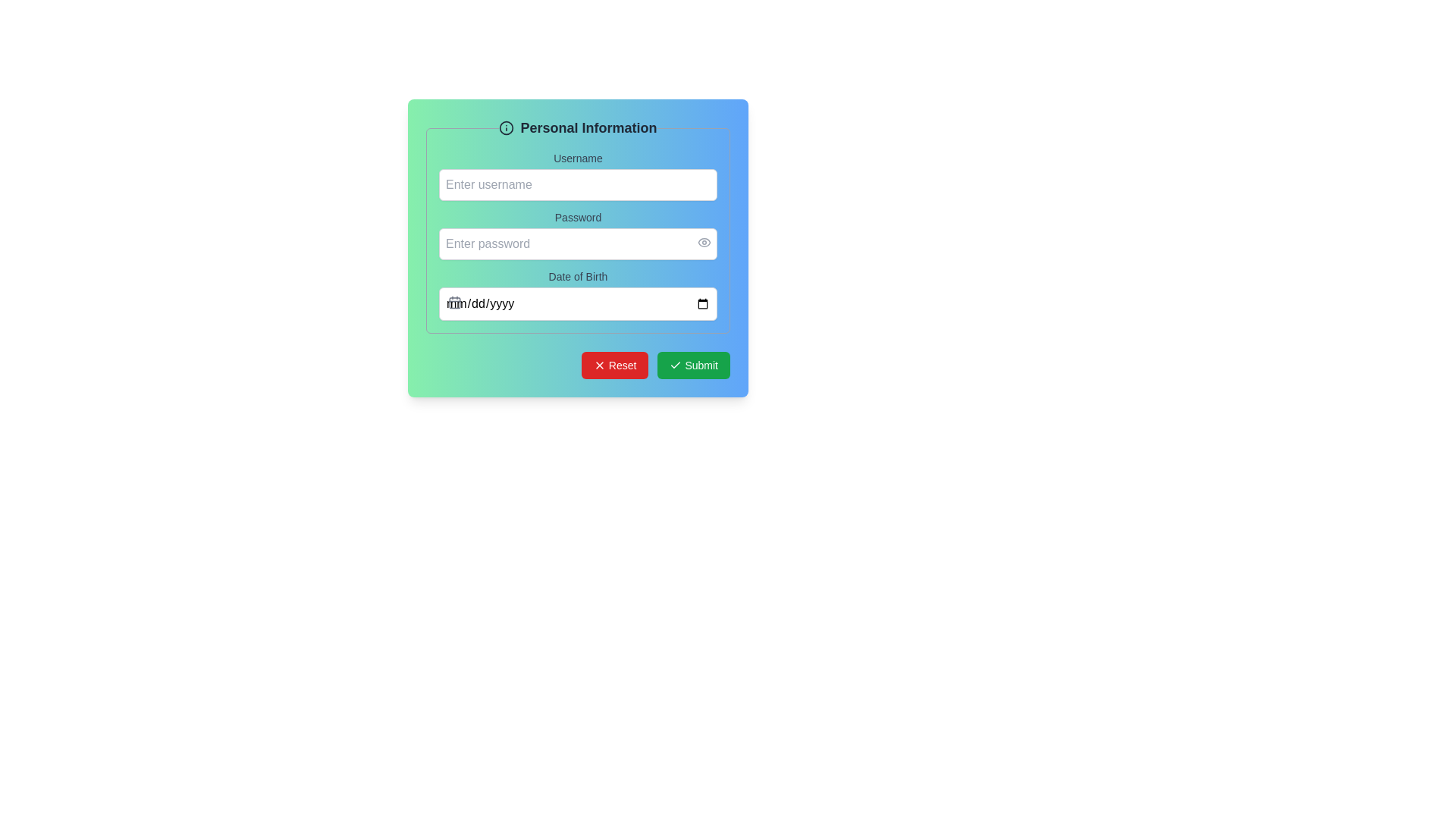 The height and width of the screenshot is (819, 1456). I want to click on the circular SVG graphics component located above the 'Personal Information' header in the form, so click(507, 127).